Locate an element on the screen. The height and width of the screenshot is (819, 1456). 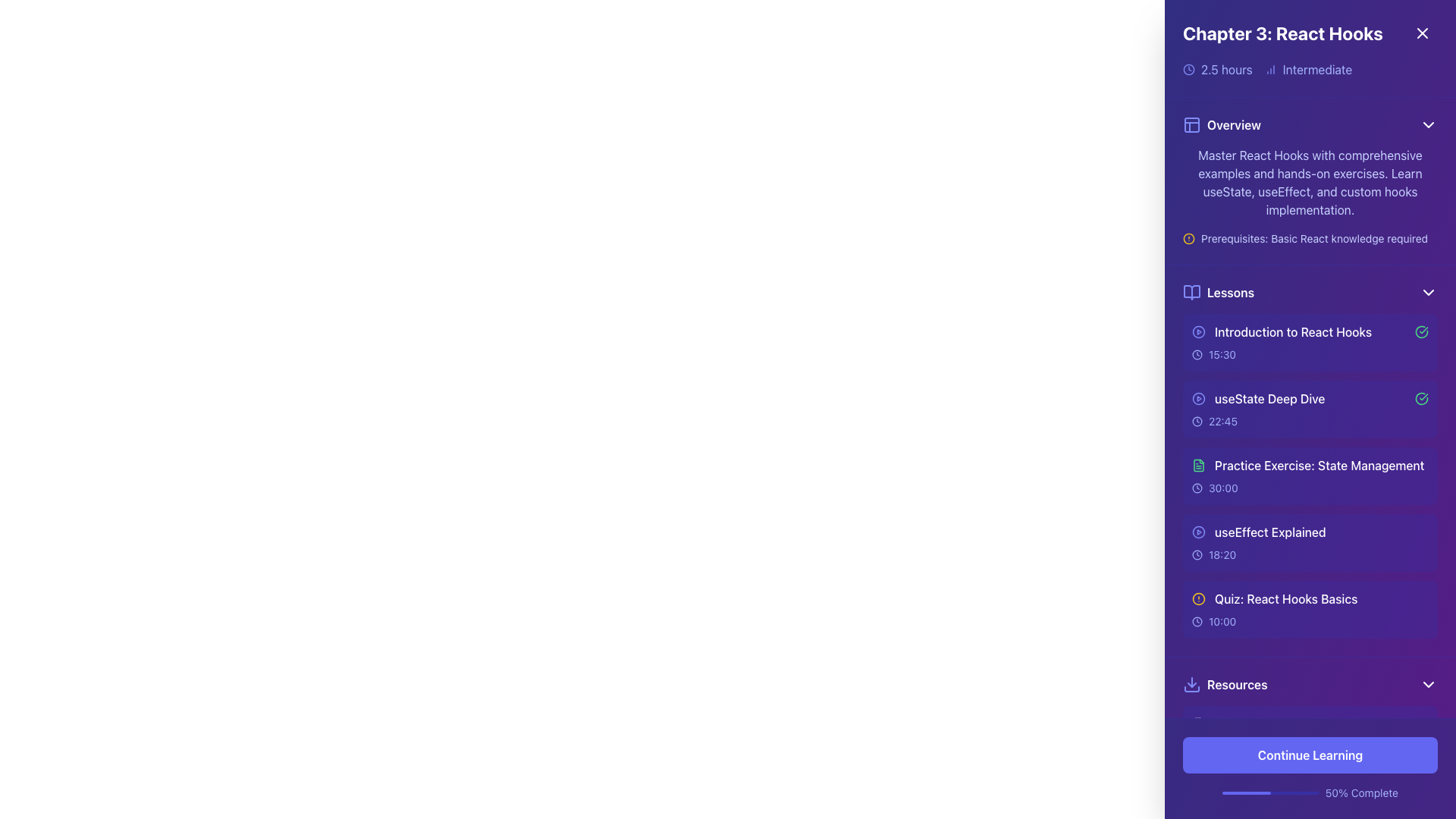
the circle graphic within the play button iconography, which is located in the fourth item of a vertically stacked list in a sidebar, associated with the lesson titled 'useEffect Explained' is located at coordinates (1197, 532).